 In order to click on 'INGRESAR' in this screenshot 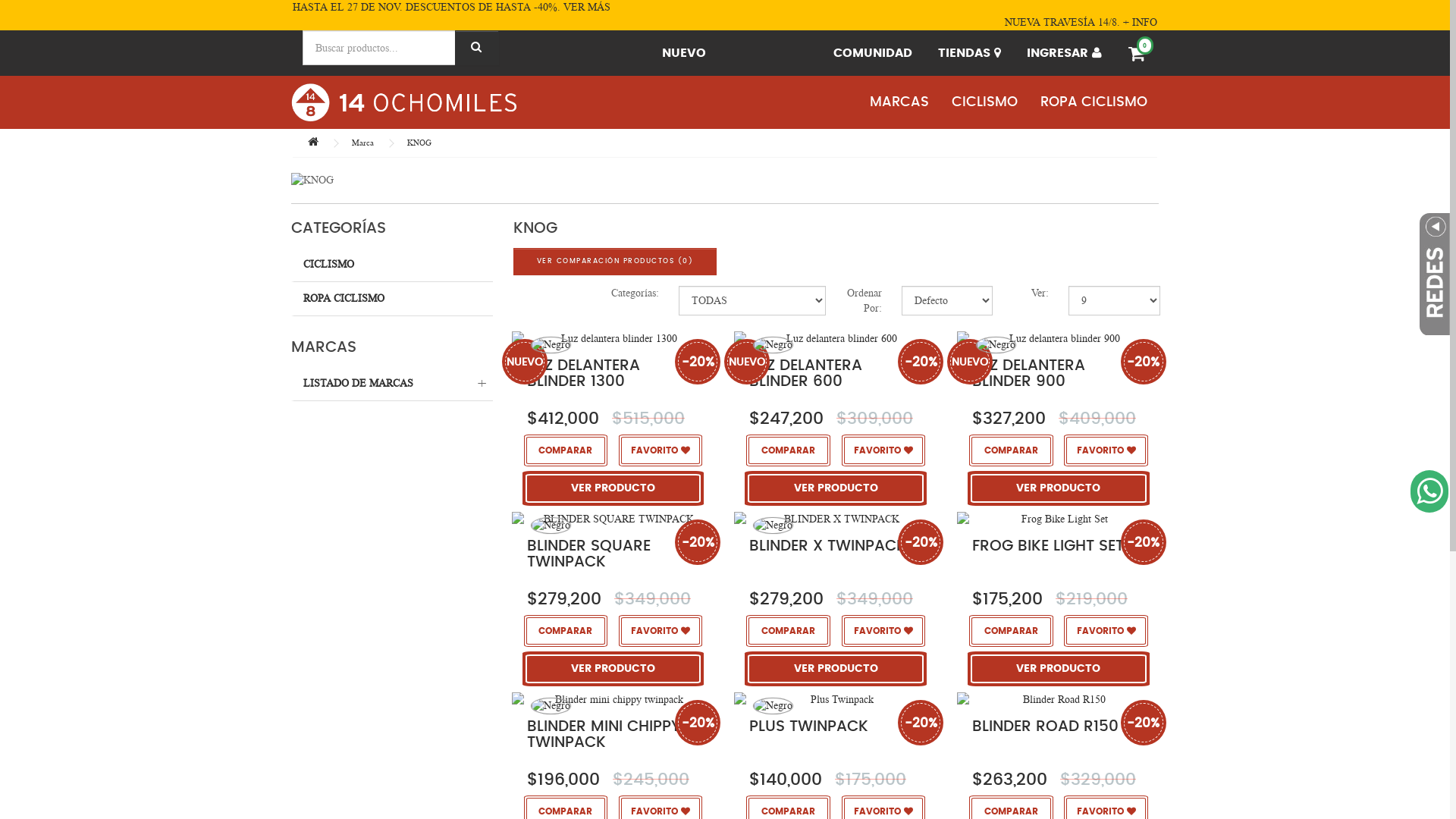, I will do `click(1015, 52)`.